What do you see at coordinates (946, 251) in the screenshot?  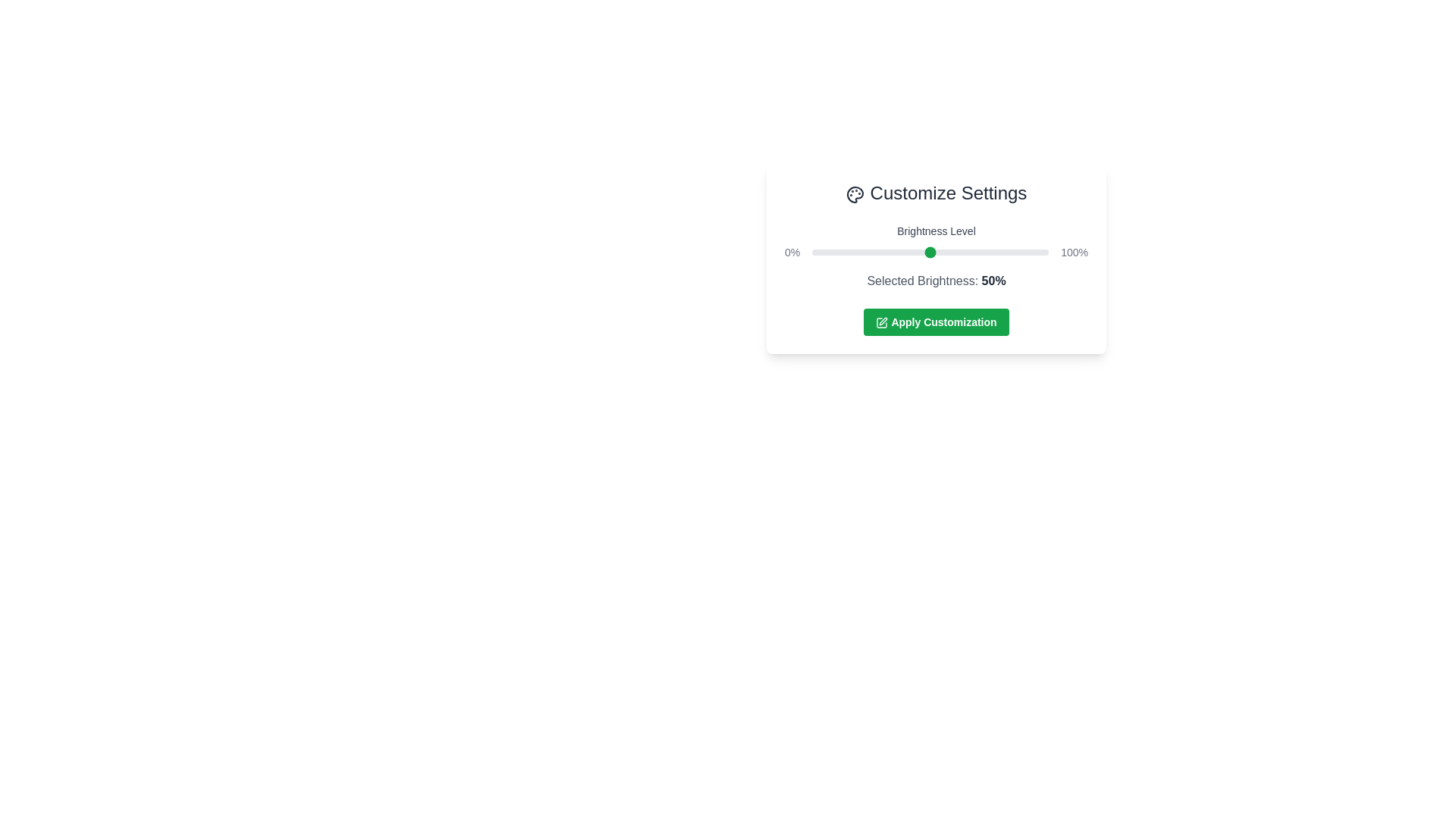 I see `the brightness` at bounding box center [946, 251].